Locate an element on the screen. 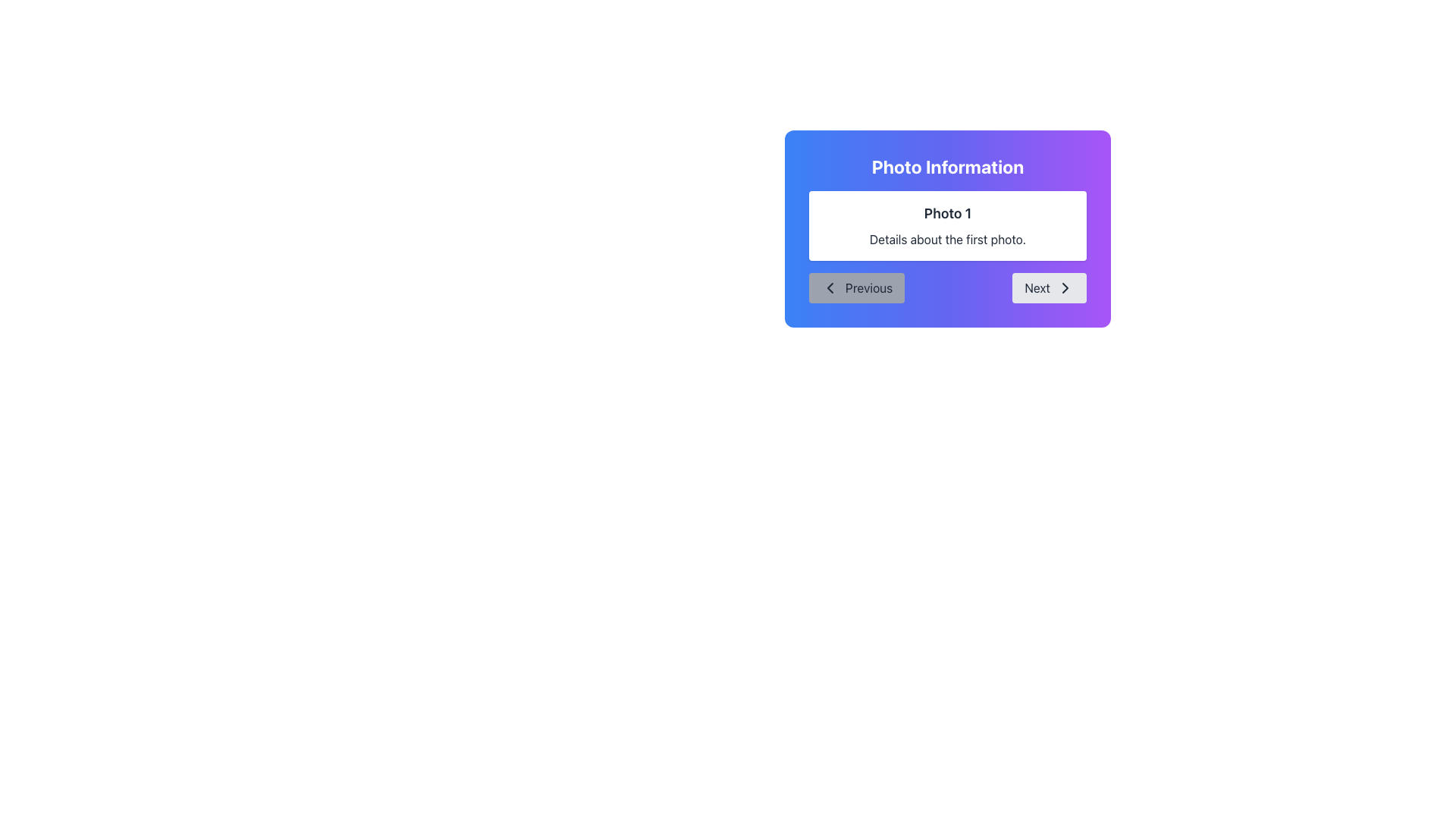 Image resolution: width=1456 pixels, height=819 pixels. the 'Next' button located at the bottom-right corner of the panel is located at coordinates (1065, 288).